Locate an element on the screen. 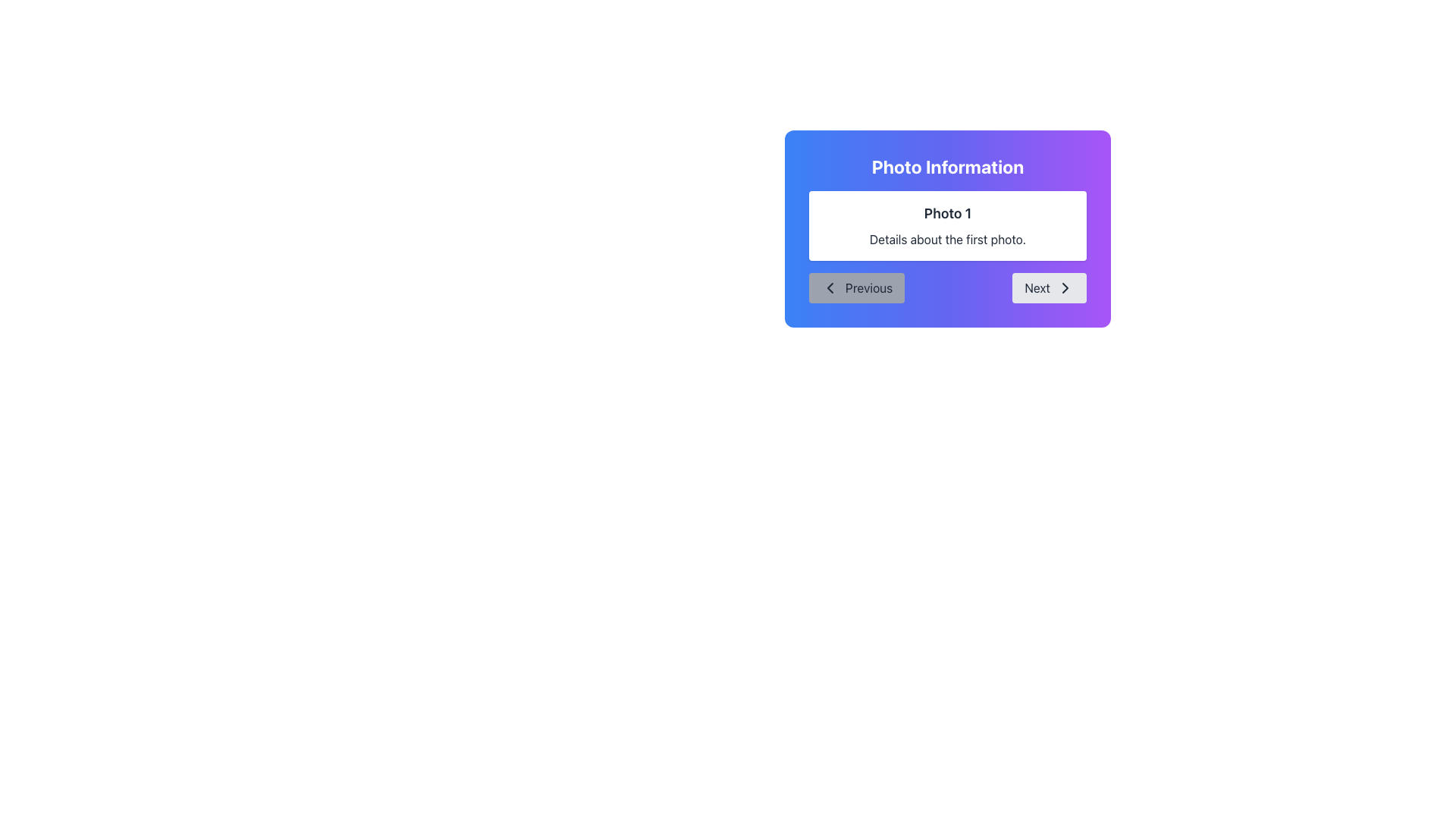 Image resolution: width=1456 pixels, height=819 pixels. the 'Next' button located at the bottom-right corner of the panel is located at coordinates (1065, 288).